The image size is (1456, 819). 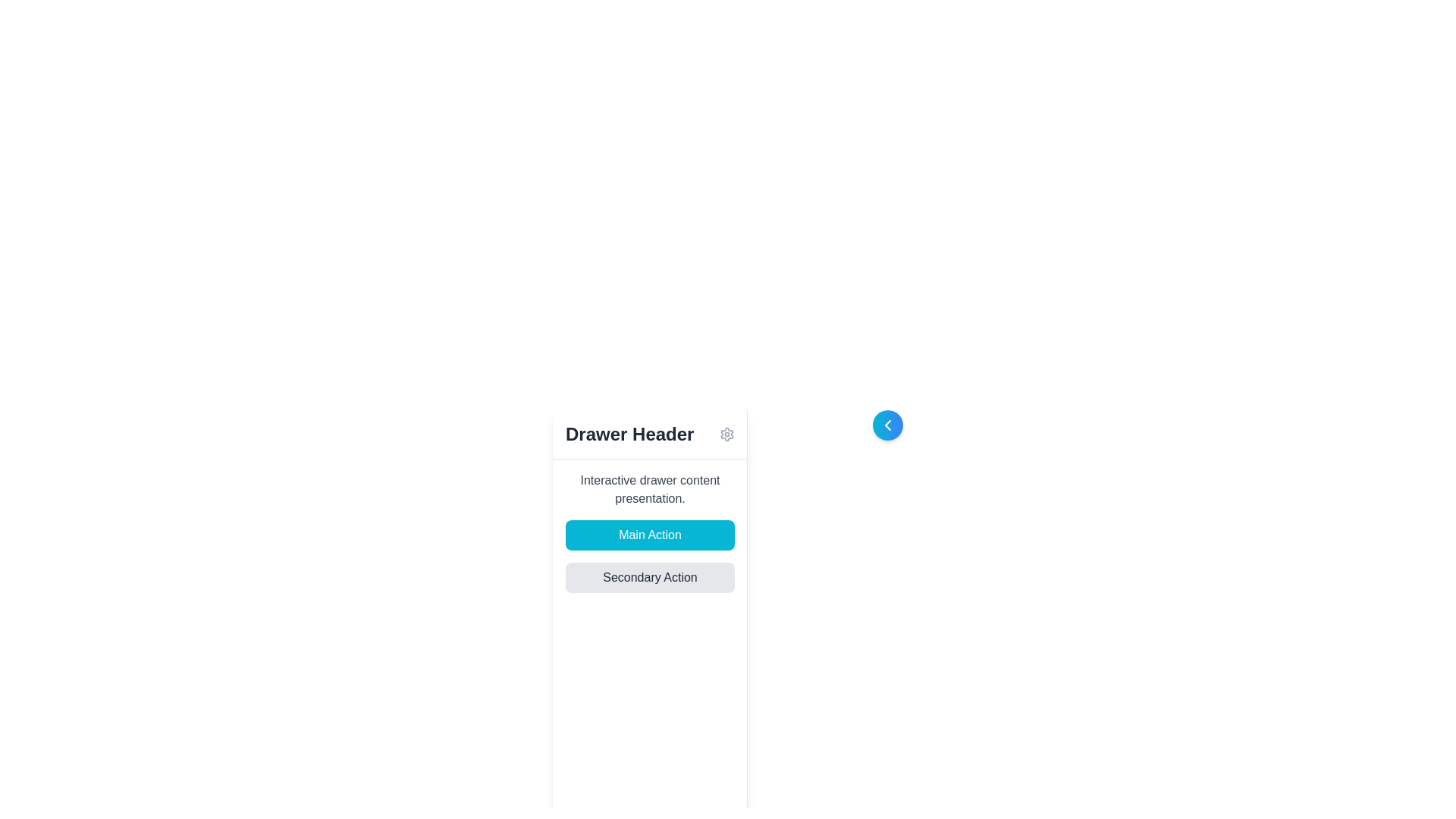 What do you see at coordinates (887, 425) in the screenshot?
I see `the left-pointing chevron icon inside the circular button with a blue gradient background` at bounding box center [887, 425].